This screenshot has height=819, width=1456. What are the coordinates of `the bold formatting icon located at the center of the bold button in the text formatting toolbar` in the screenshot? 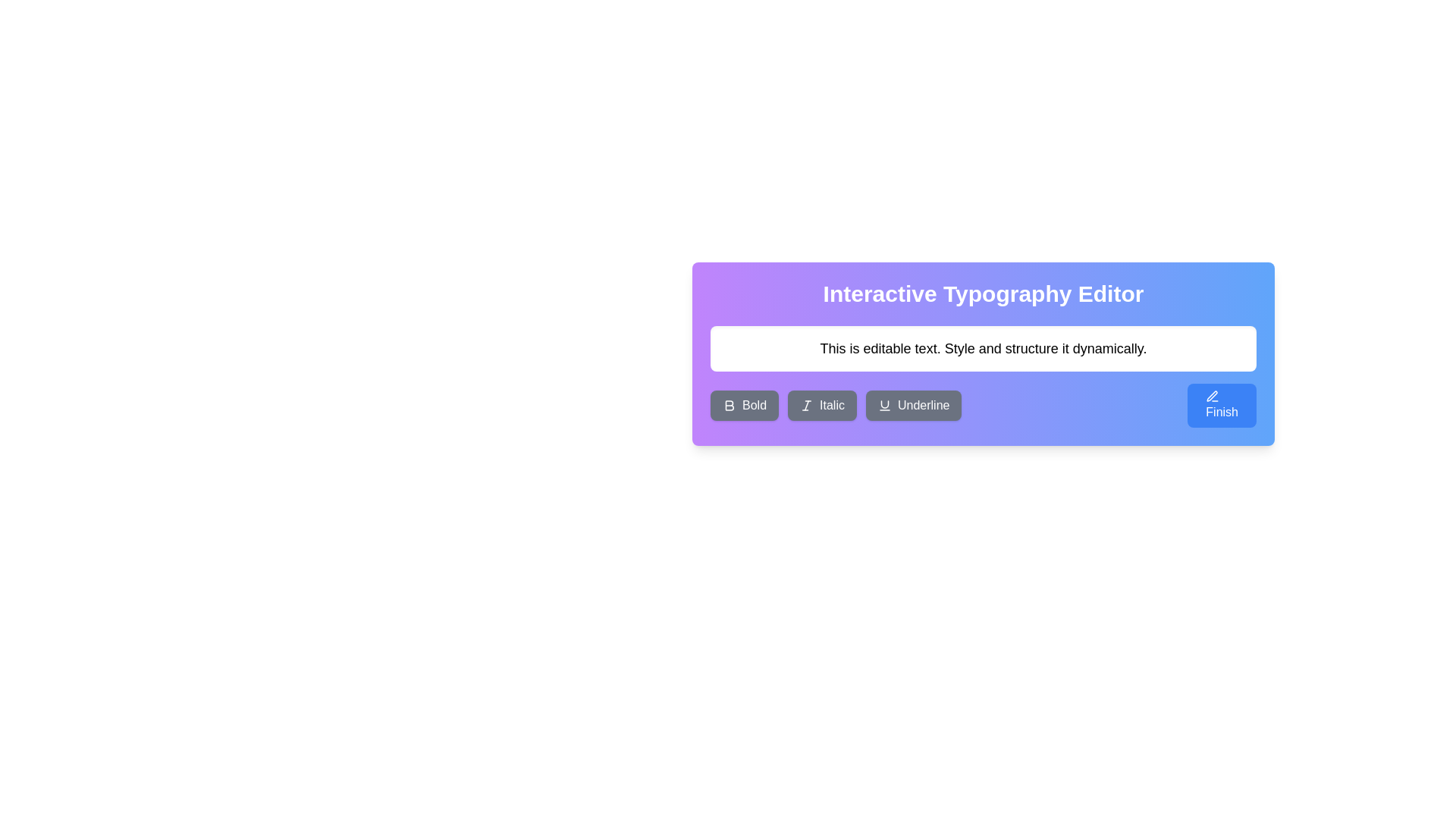 It's located at (730, 405).